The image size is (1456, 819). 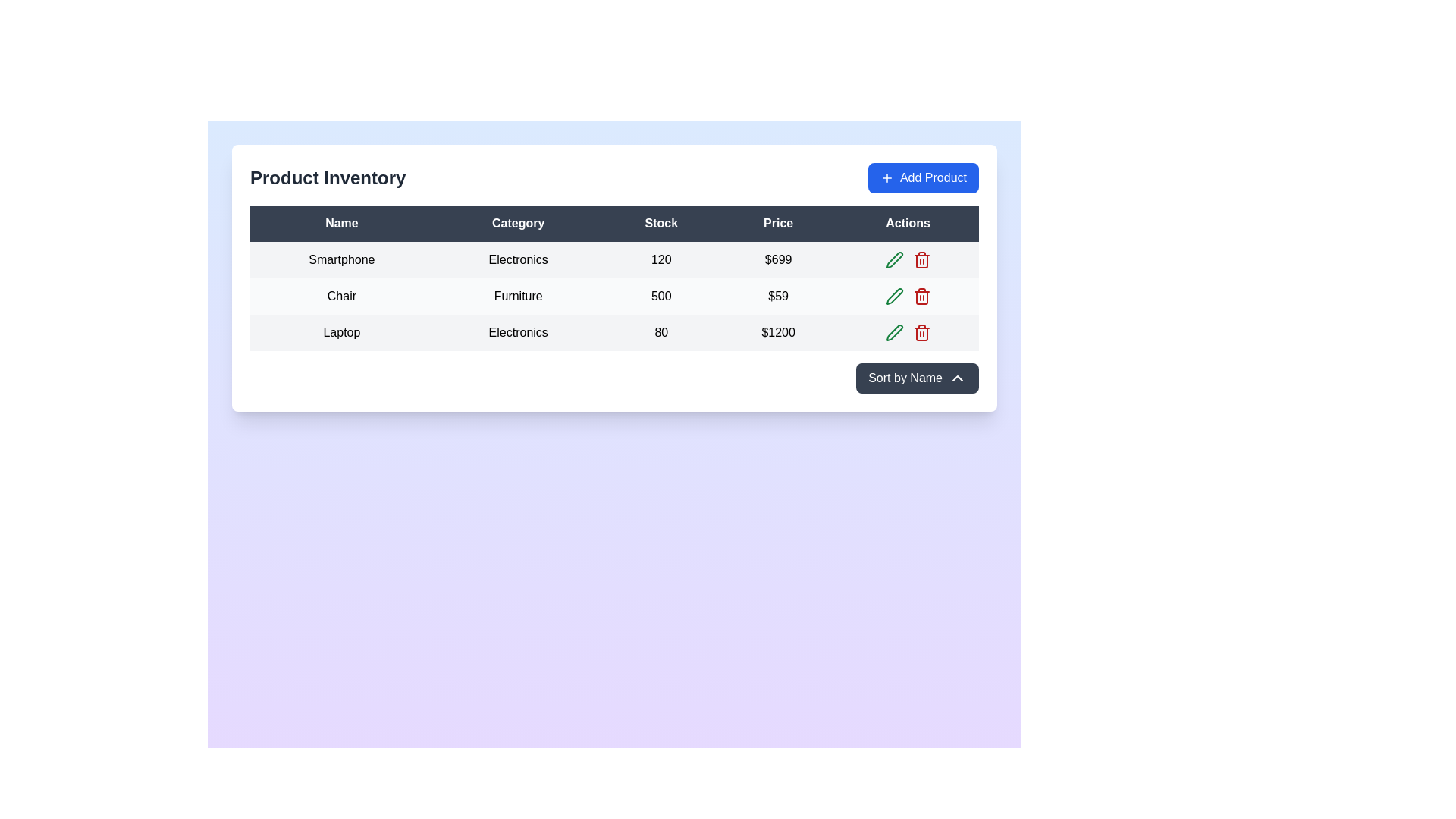 I want to click on the static text element containing the word 'Furniture' located in the second row under the 'Category' column of the 'Product Inventory' UI, so click(x=518, y=296).